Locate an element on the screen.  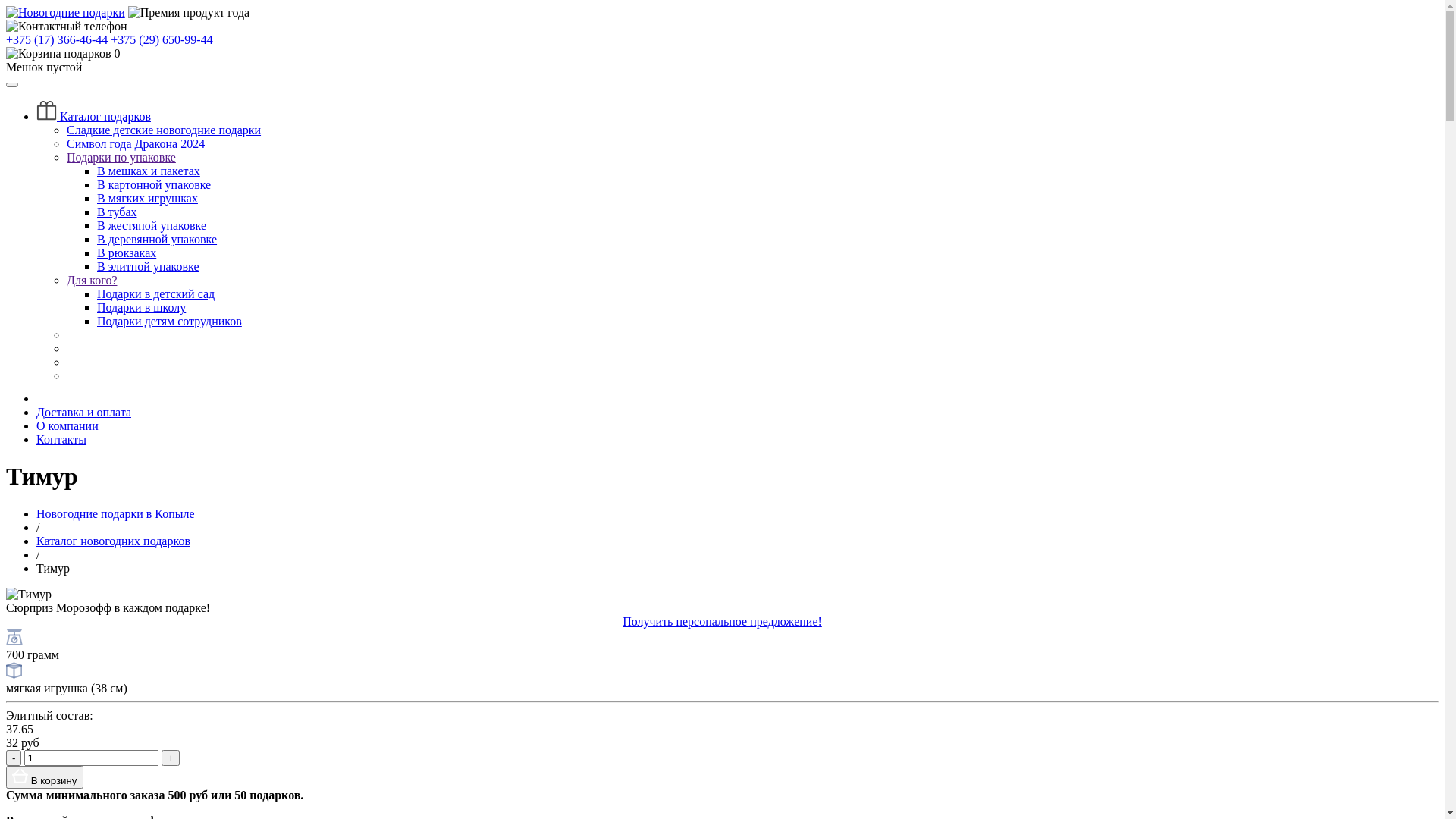
'+' is located at coordinates (171, 758).